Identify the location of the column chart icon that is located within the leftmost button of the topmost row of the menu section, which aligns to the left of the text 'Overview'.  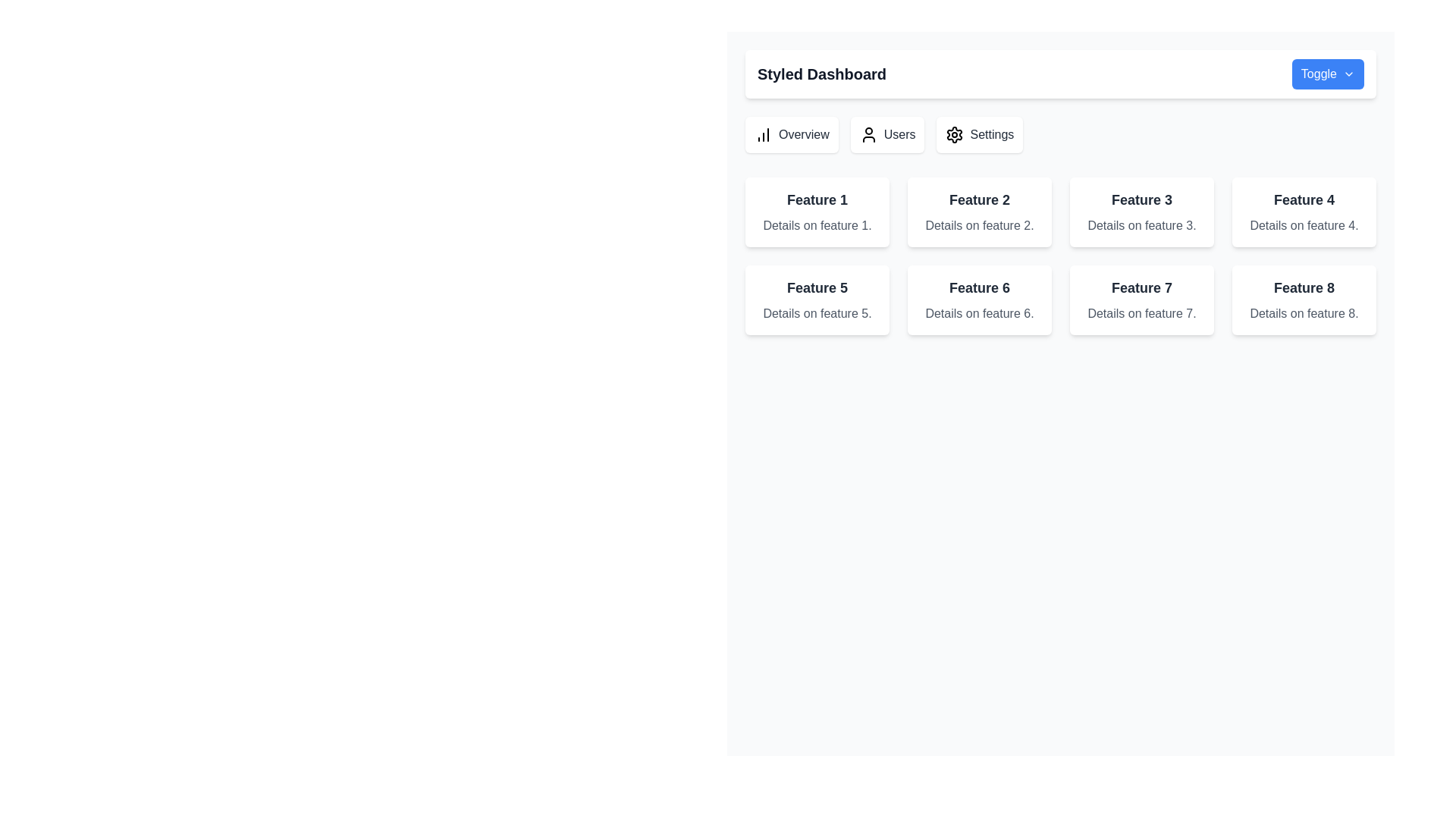
(764, 133).